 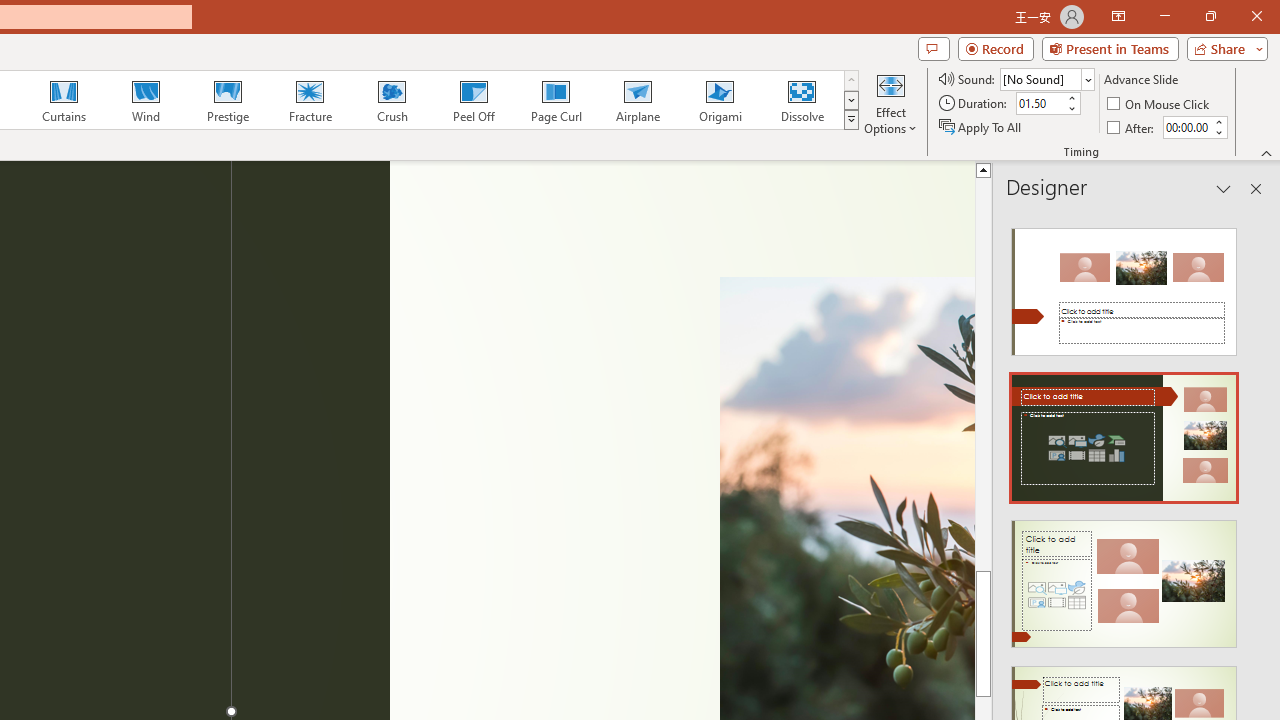 I want to click on 'Origami', so click(x=720, y=100).